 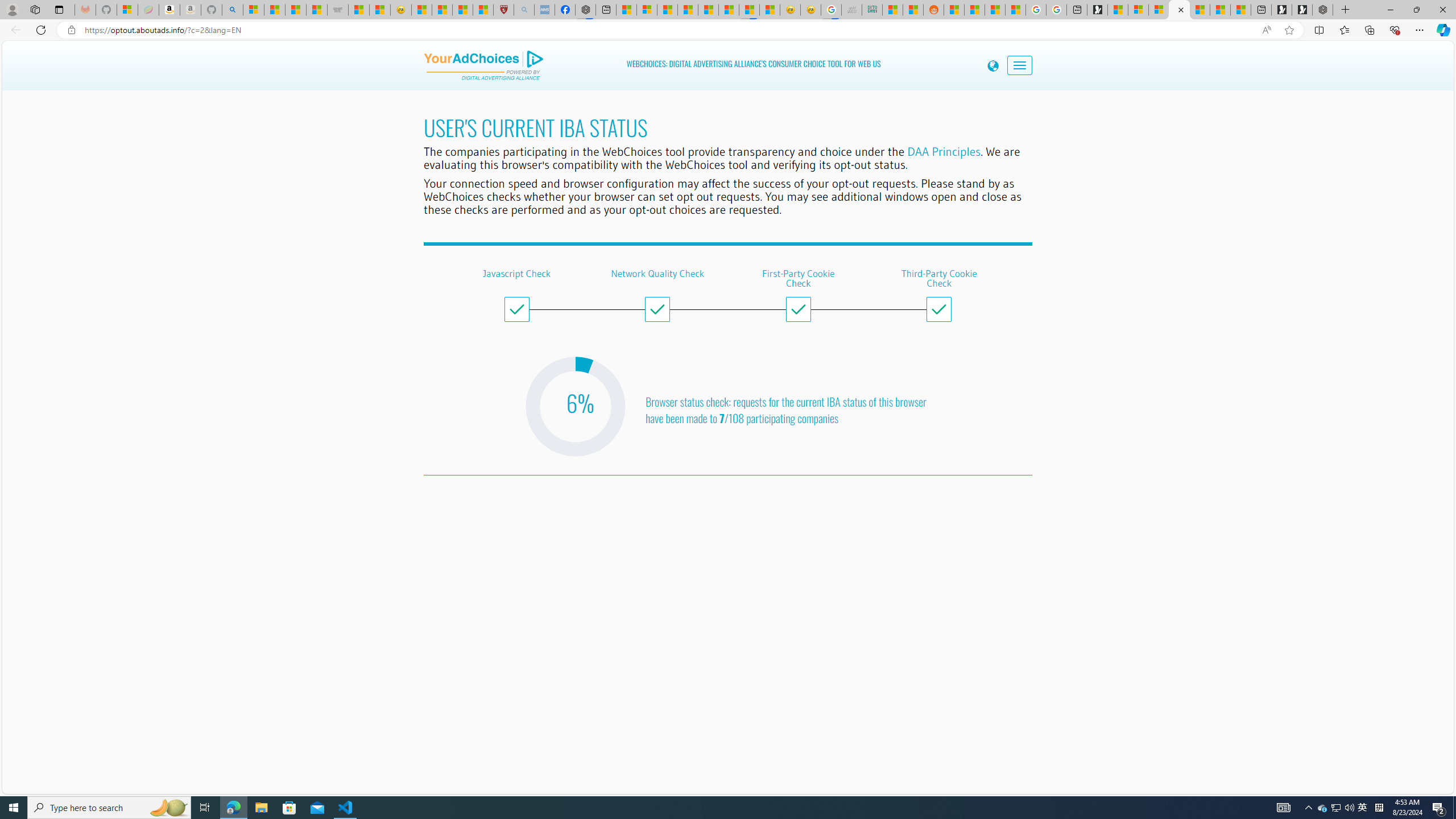 What do you see at coordinates (482, 65) in the screenshot?
I see `'DAA Logo'` at bounding box center [482, 65].